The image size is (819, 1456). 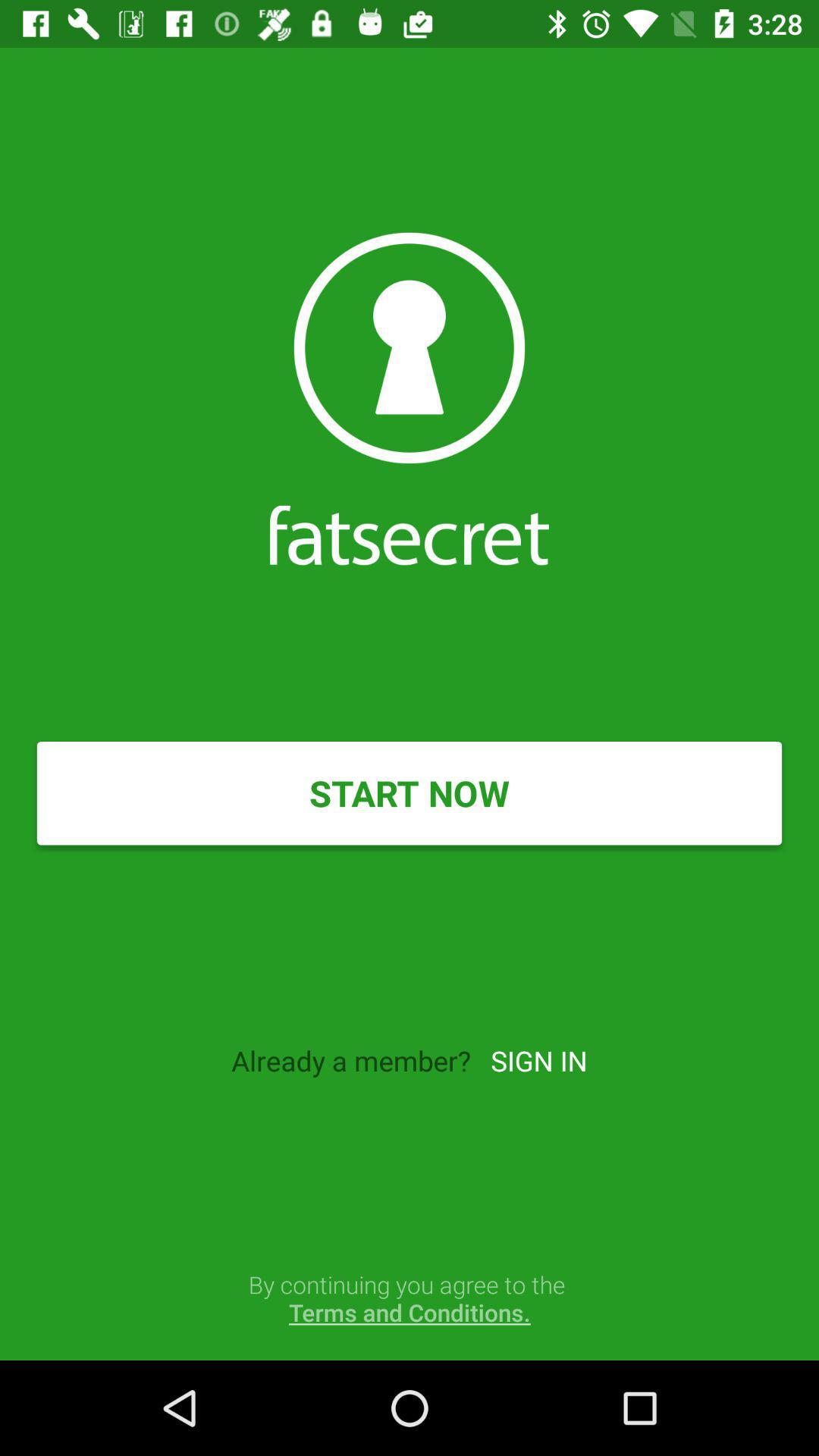 What do you see at coordinates (409, 1298) in the screenshot?
I see `by continuing you icon` at bounding box center [409, 1298].